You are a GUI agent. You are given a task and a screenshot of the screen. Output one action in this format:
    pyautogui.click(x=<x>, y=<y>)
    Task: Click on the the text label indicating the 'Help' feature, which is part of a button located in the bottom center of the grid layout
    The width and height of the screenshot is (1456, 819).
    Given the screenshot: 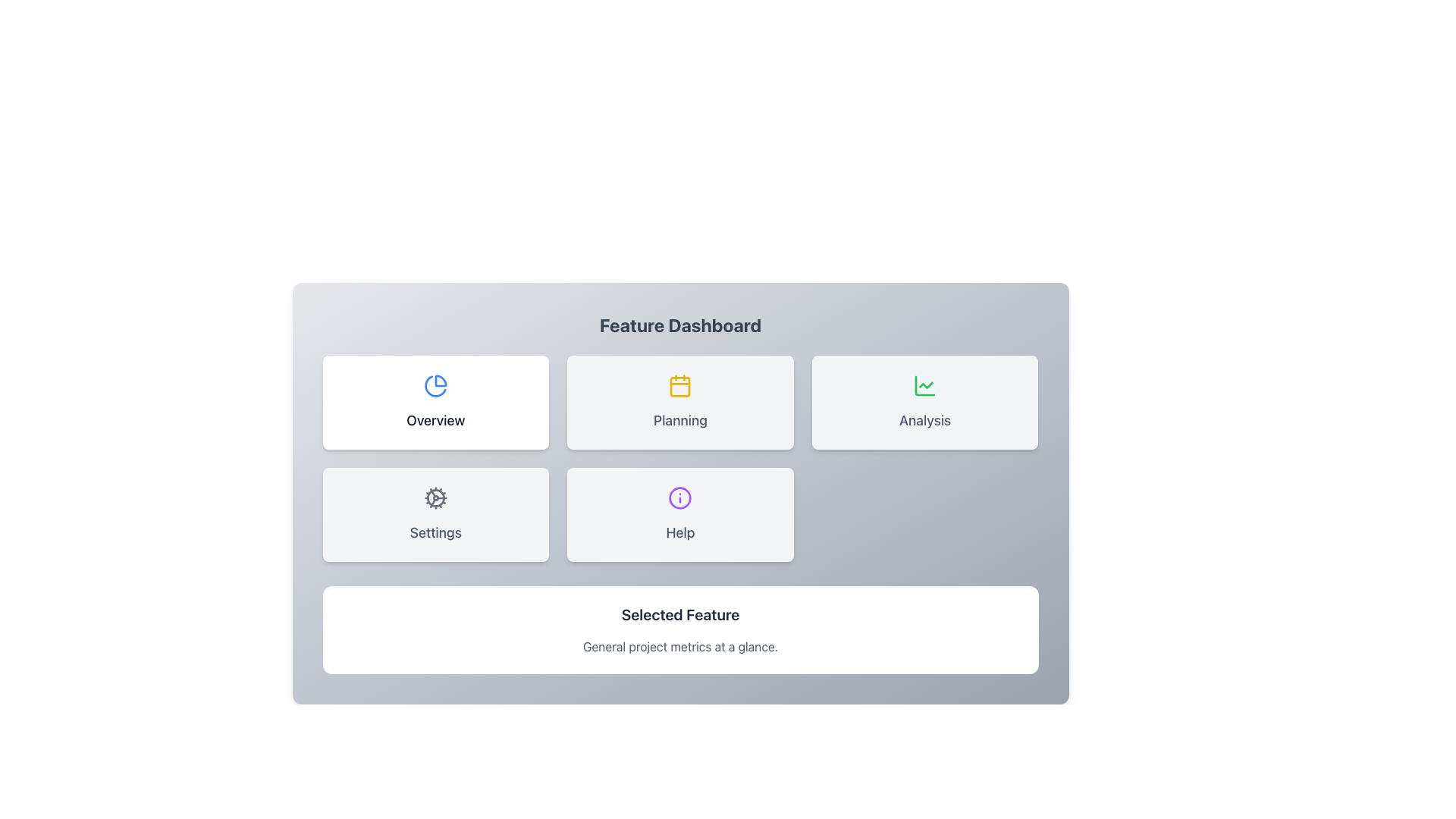 What is the action you would take?
    pyautogui.click(x=679, y=532)
    